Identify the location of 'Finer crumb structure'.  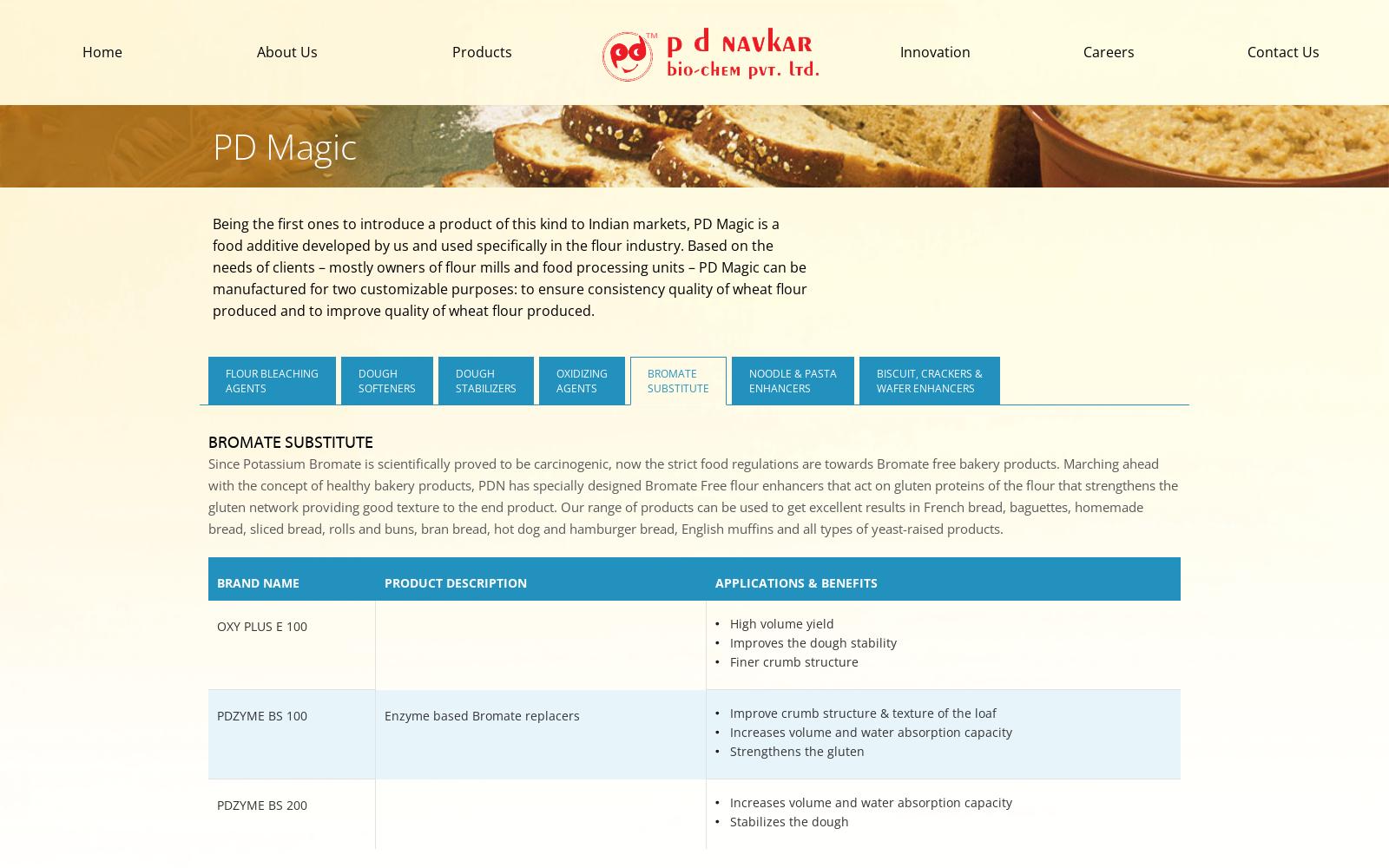
(793, 661).